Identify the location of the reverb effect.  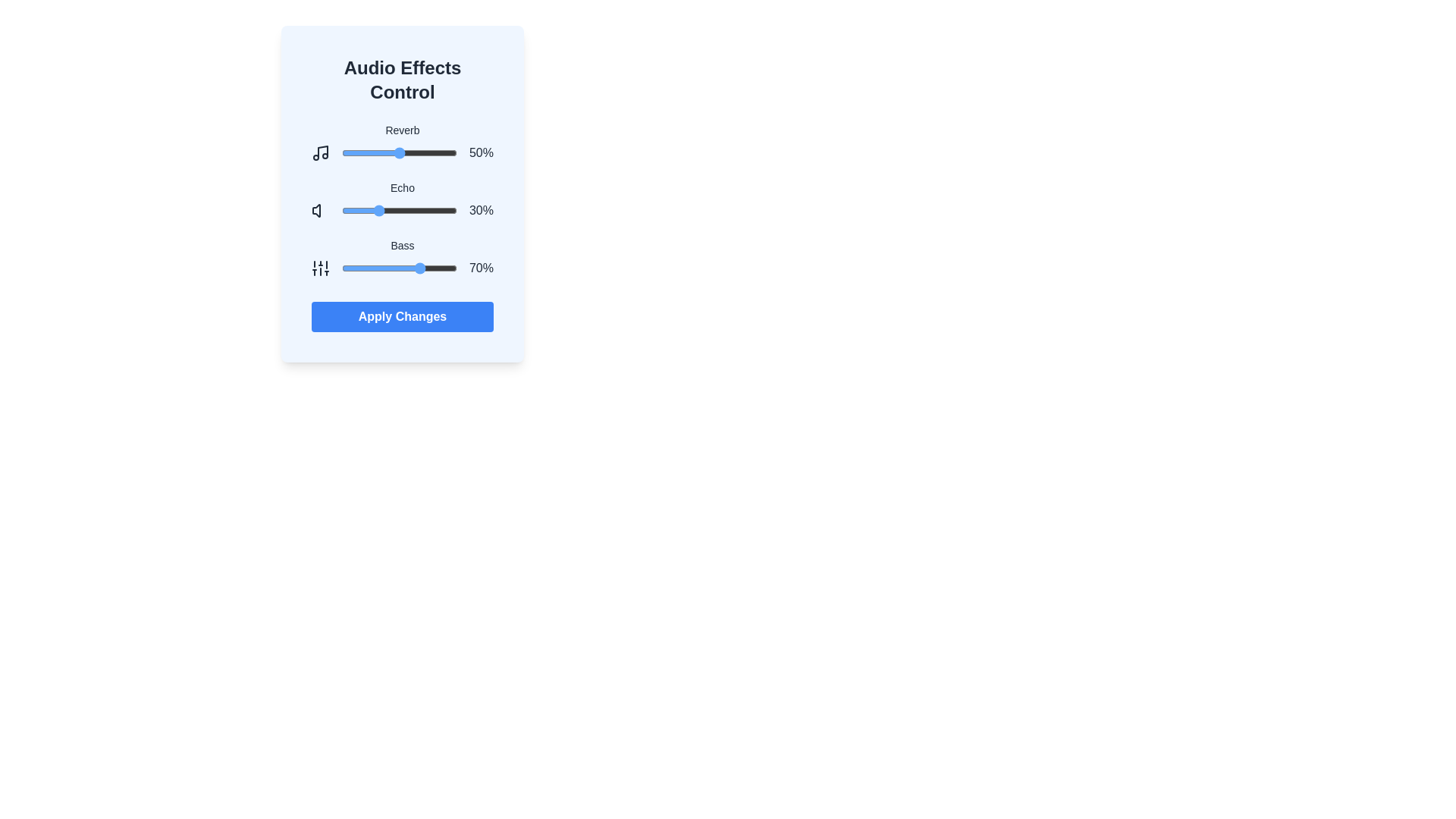
(397, 152).